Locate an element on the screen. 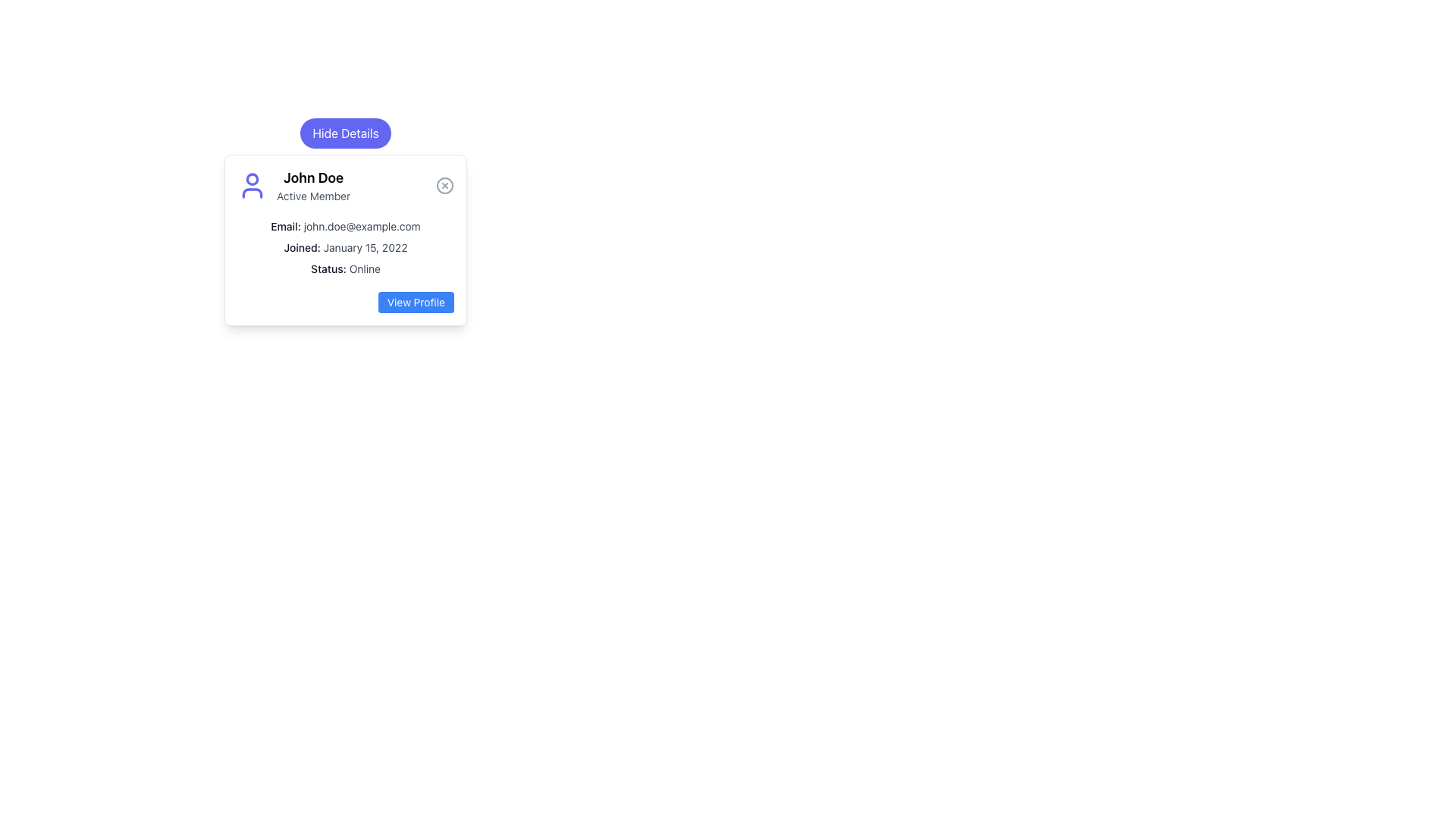  the text label that displays 'Active Member', which is styled in gray and located below the name 'John Doe' within the profile card is located at coordinates (312, 195).